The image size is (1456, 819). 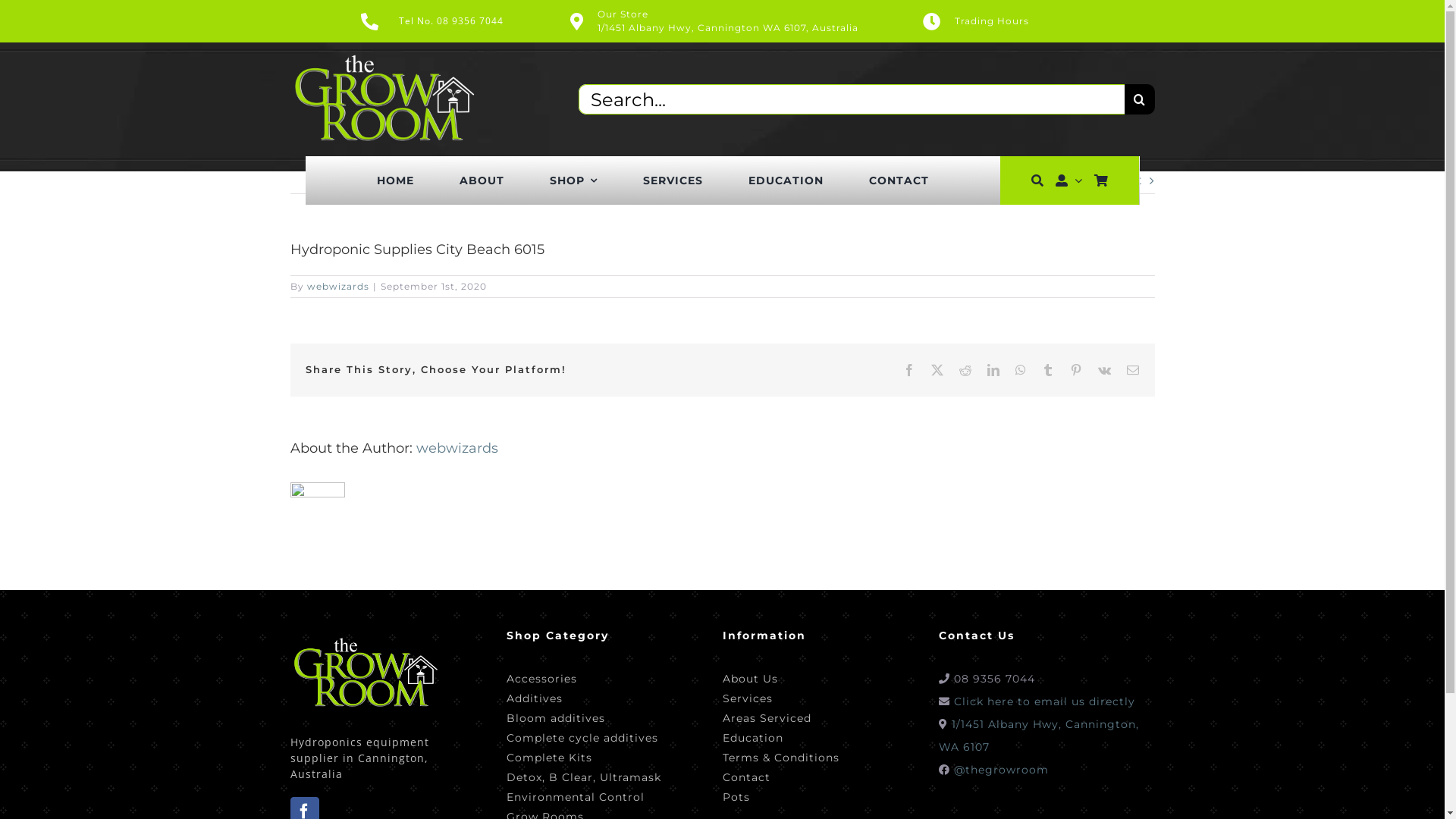 What do you see at coordinates (1075, 370) in the screenshot?
I see `'Pinterest'` at bounding box center [1075, 370].